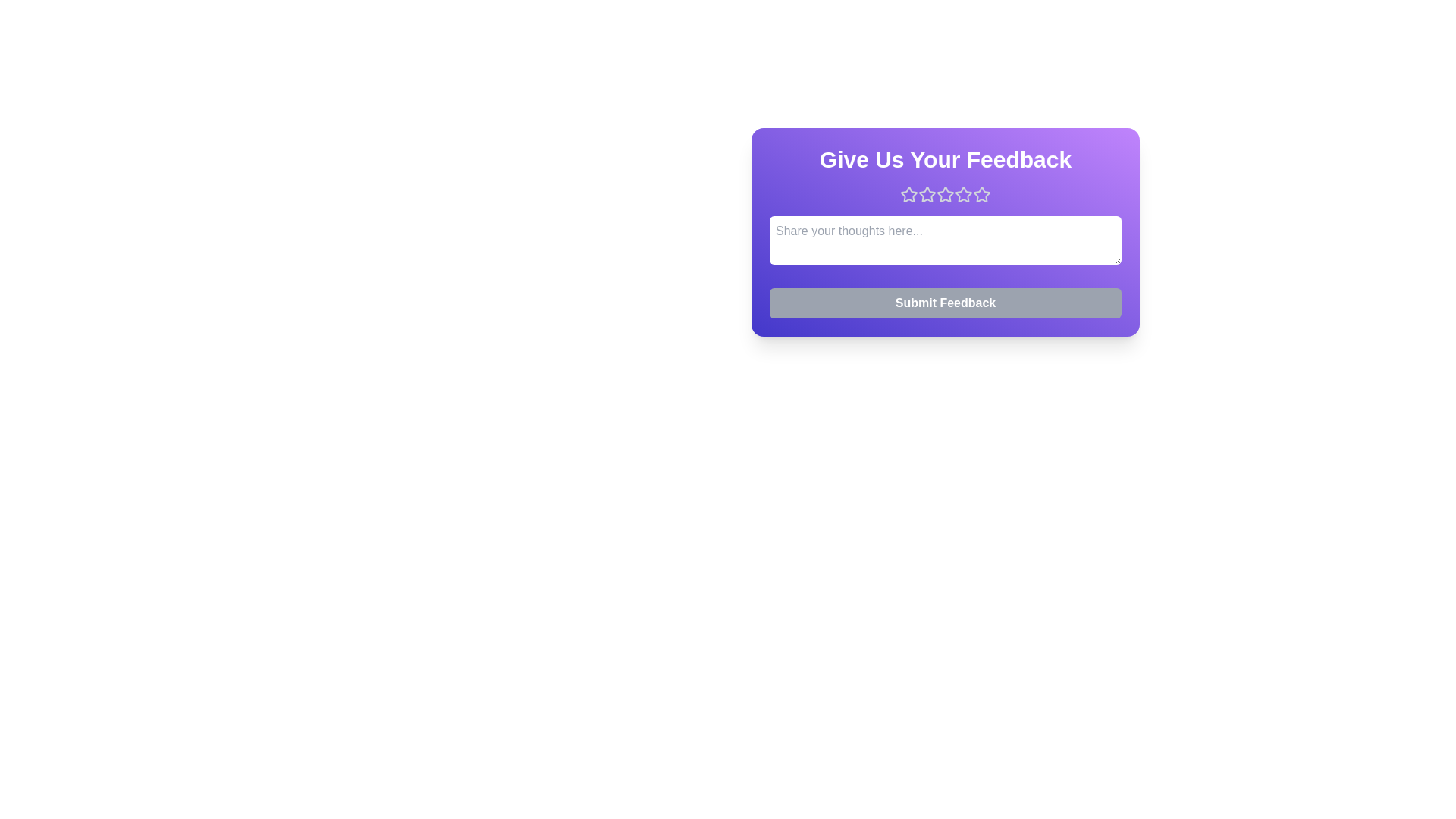 This screenshot has height=819, width=1456. I want to click on the star corresponding to the rating 4 to set the feedback score, so click(963, 194).